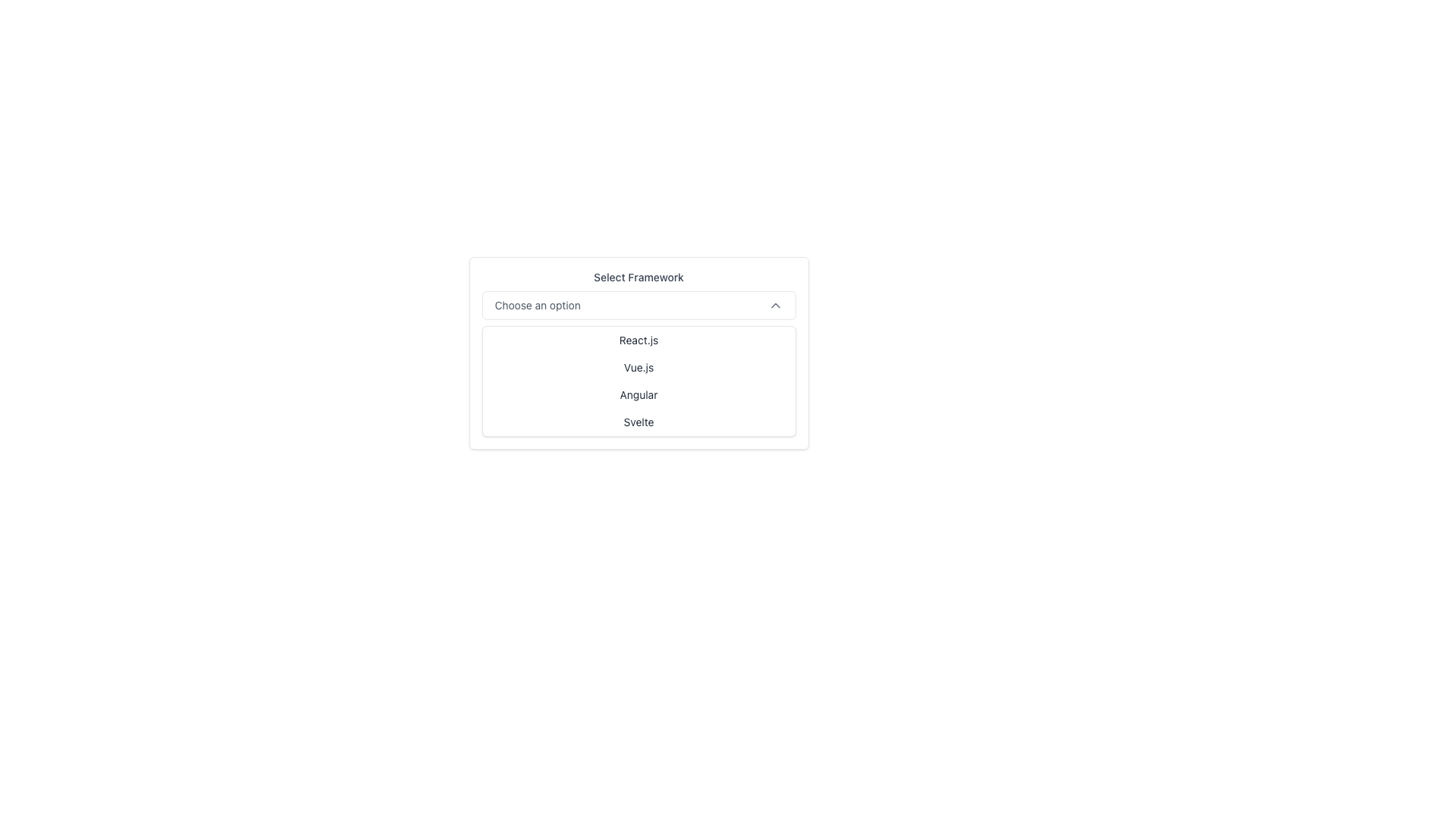  I want to click on the fourth selectable menu item in the dropdown list, so click(639, 422).